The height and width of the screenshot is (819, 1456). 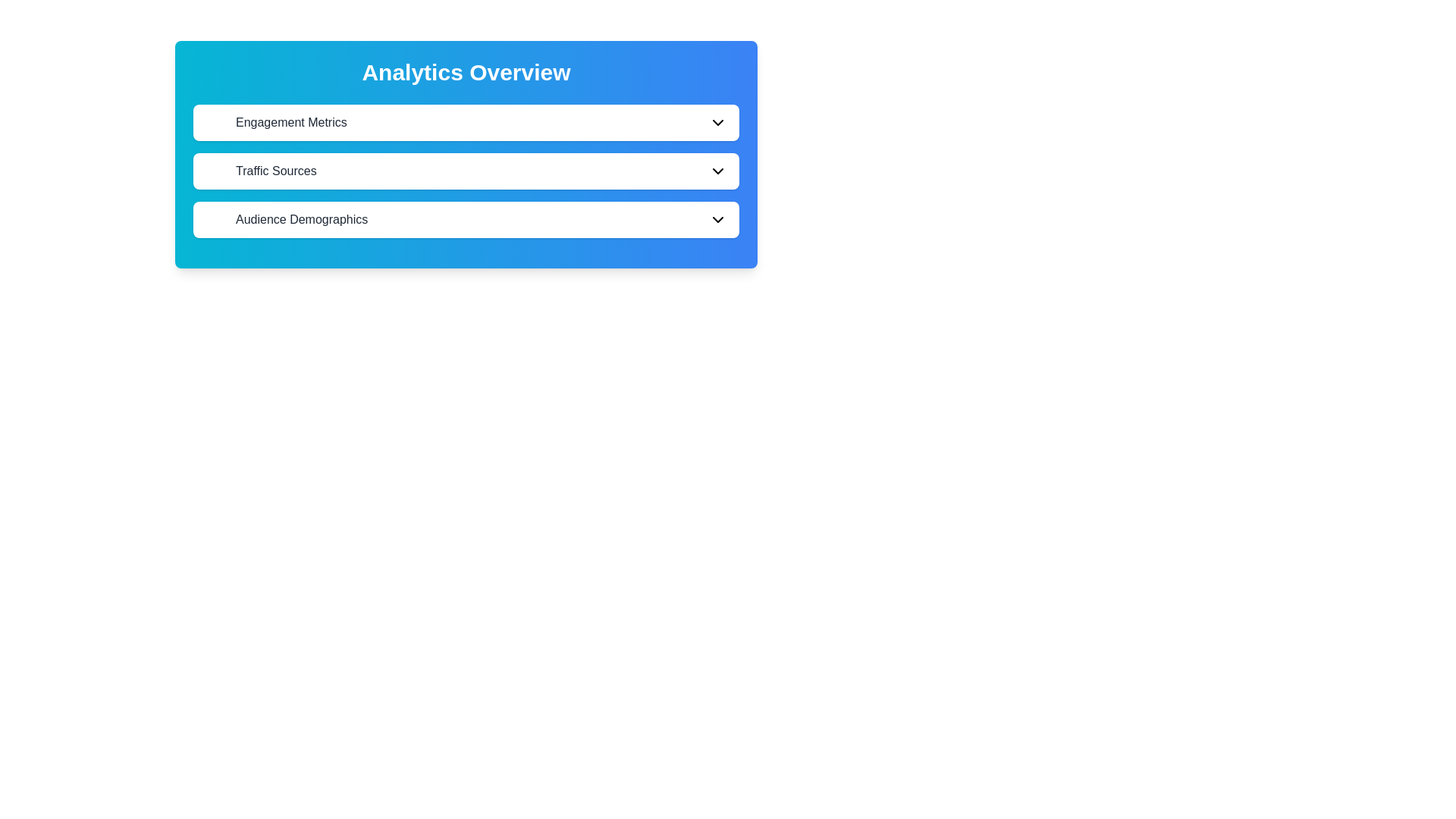 I want to click on text content of the Text label within the first card under 'Analytics Overview', which summarizes user engagement analytical data, so click(x=276, y=122).